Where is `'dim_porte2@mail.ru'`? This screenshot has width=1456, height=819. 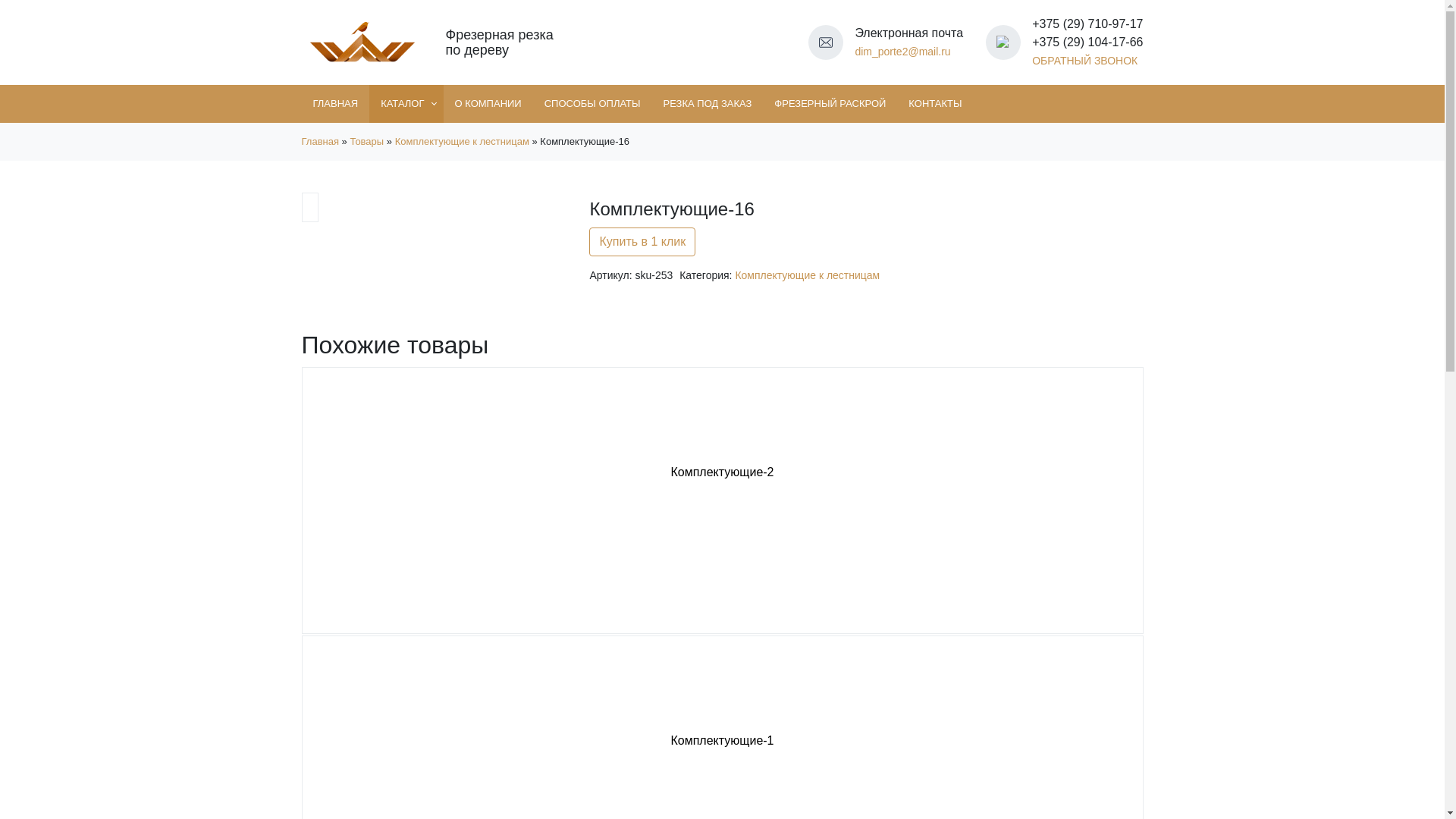
'dim_porte2@mail.ru' is located at coordinates (902, 51).